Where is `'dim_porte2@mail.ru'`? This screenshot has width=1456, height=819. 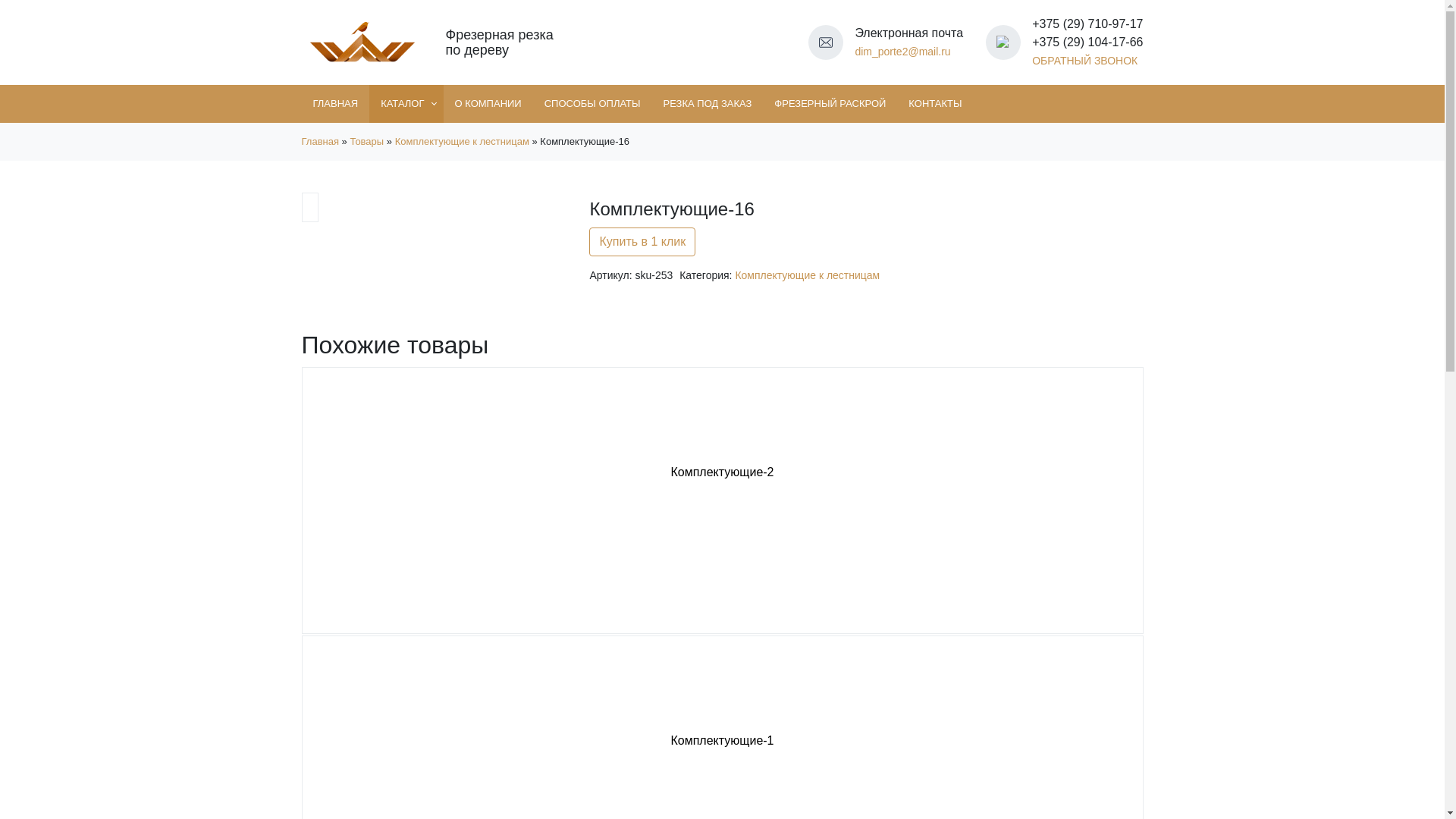
'dim_porte2@mail.ru' is located at coordinates (902, 51).